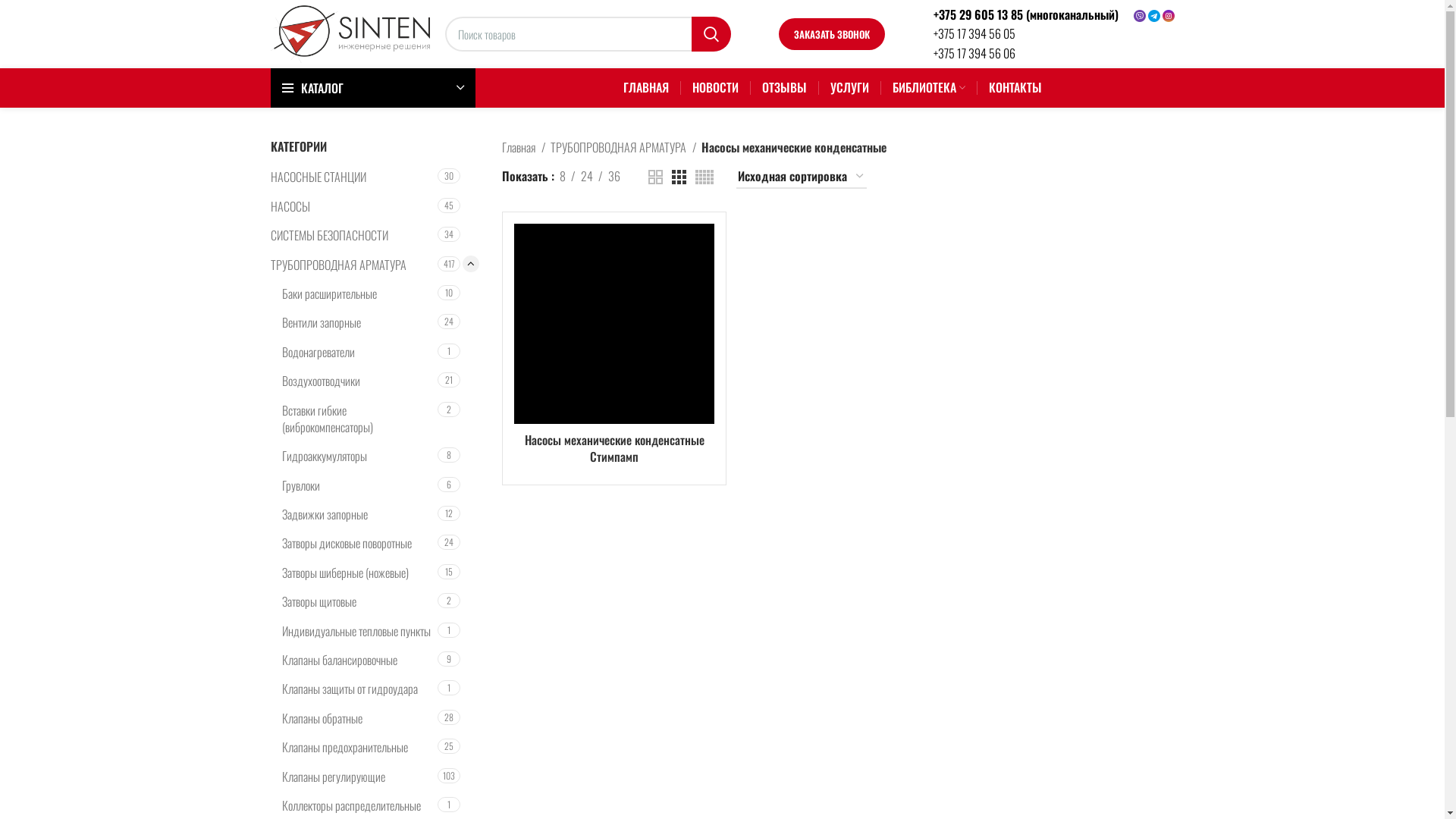 This screenshot has height=819, width=1456. What do you see at coordinates (585, 175) in the screenshot?
I see `'24'` at bounding box center [585, 175].